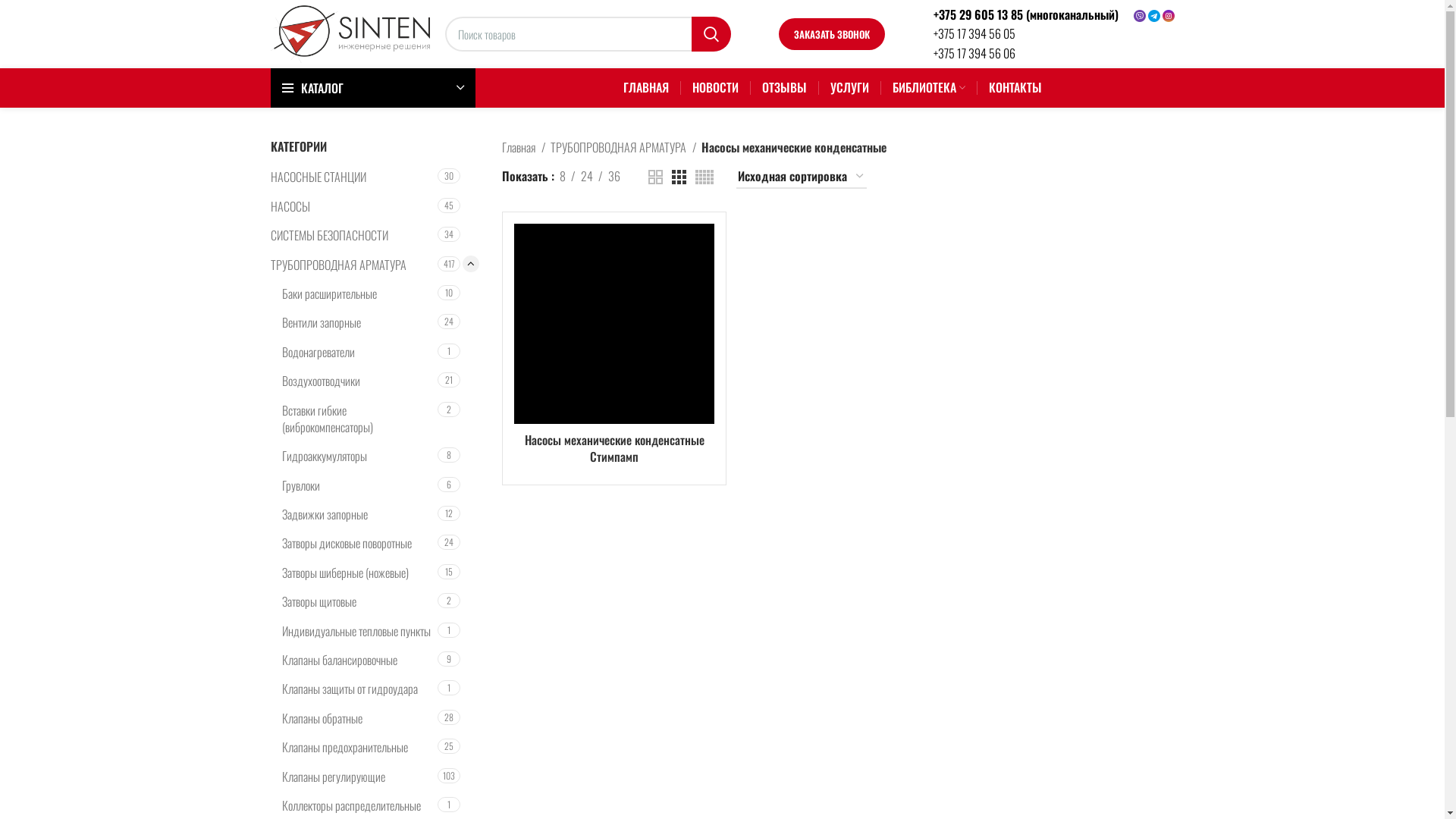 This screenshot has height=819, width=1456. What do you see at coordinates (585, 175) in the screenshot?
I see `'24'` at bounding box center [585, 175].